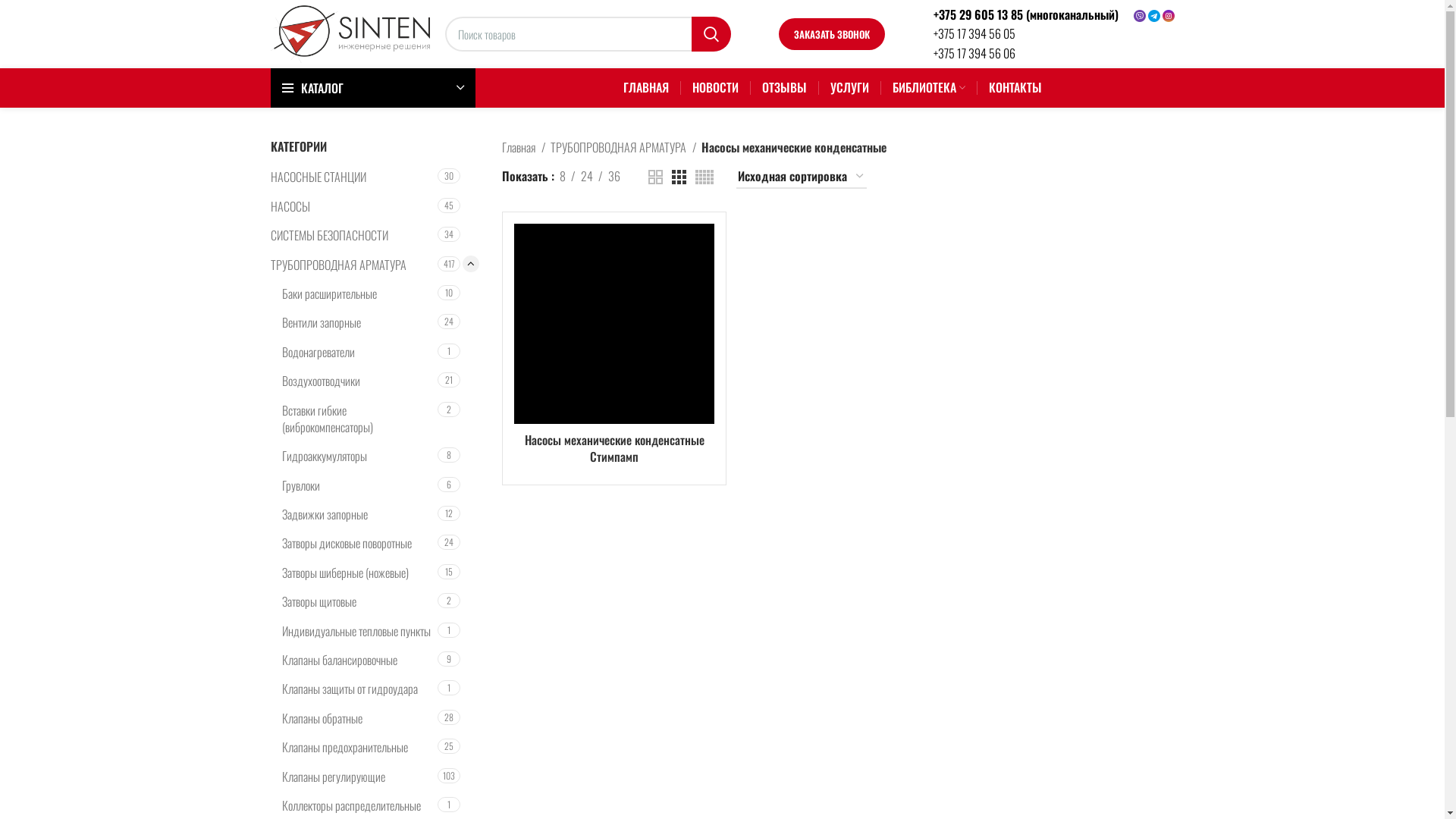 This screenshot has height=819, width=1456. What do you see at coordinates (585, 175) in the screenshot?
I see `'24'` at bounding box center [585, 175].